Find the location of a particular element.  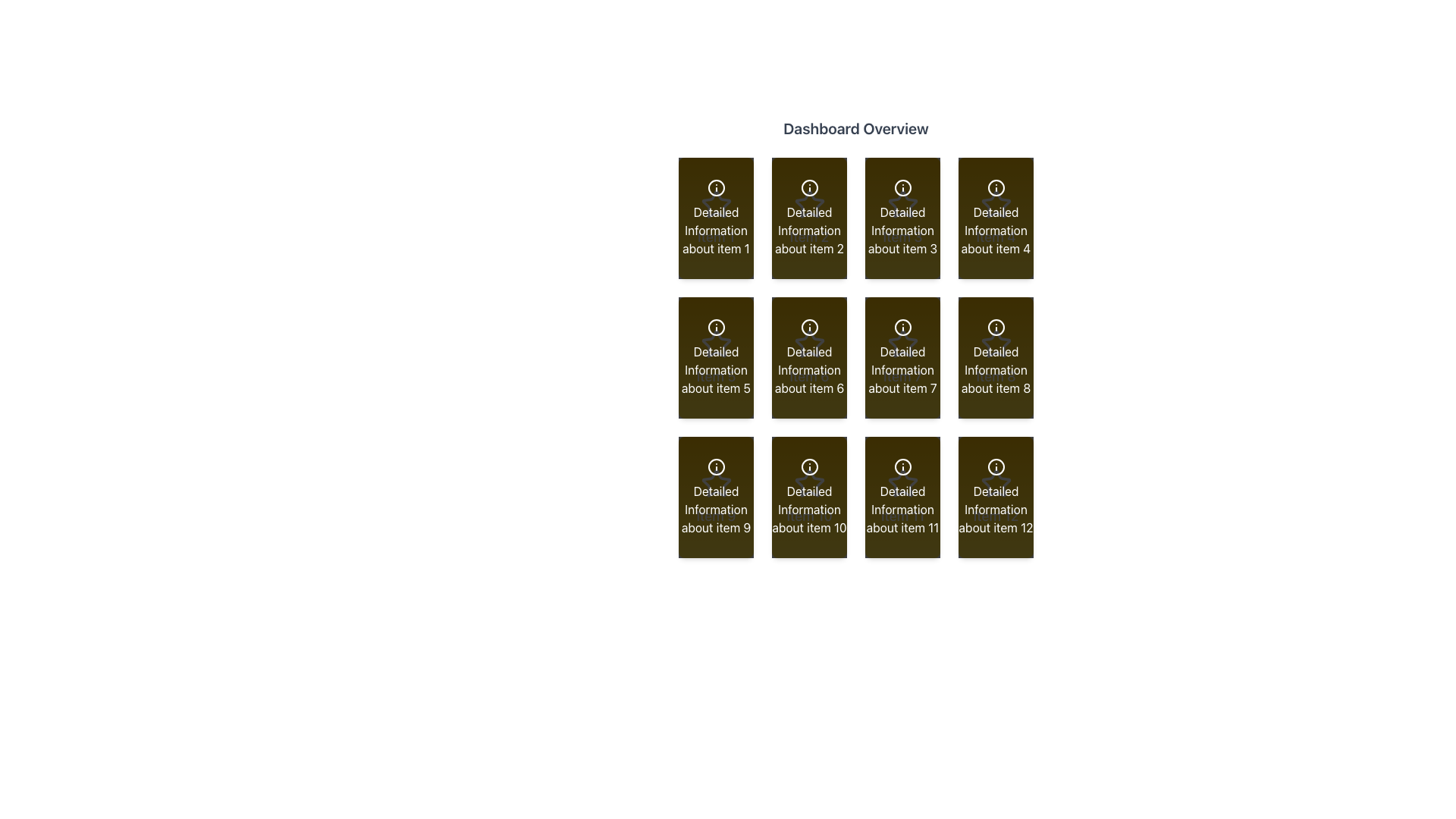

text label that identifies the content or purpose of the card located in the second row, first column of a four-by-three grid layout is located at coordinates (715, 376).